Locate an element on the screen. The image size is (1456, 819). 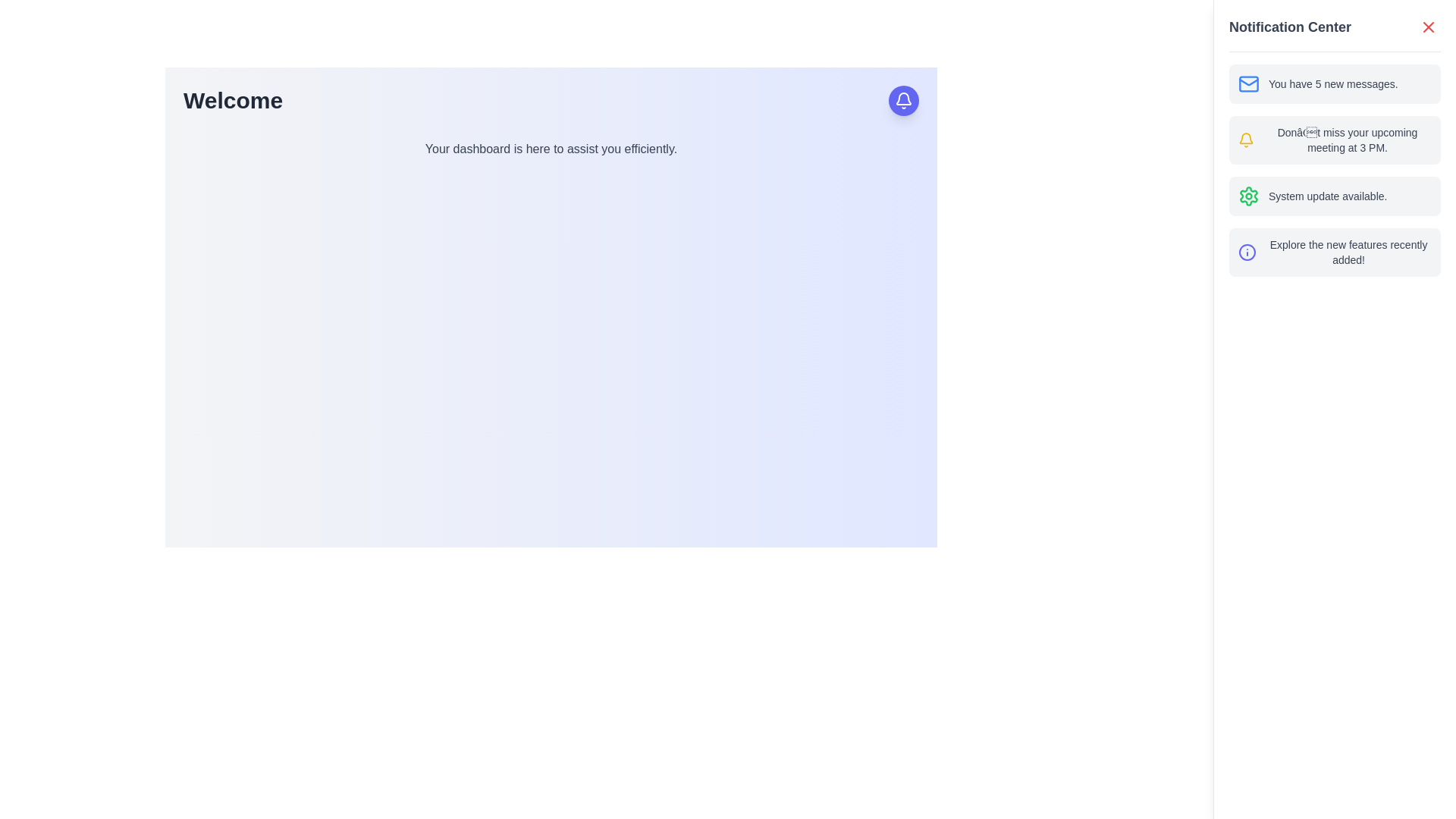
the close button located in the top-right corner of the Notification Center is located at coordinates (1427, 27).